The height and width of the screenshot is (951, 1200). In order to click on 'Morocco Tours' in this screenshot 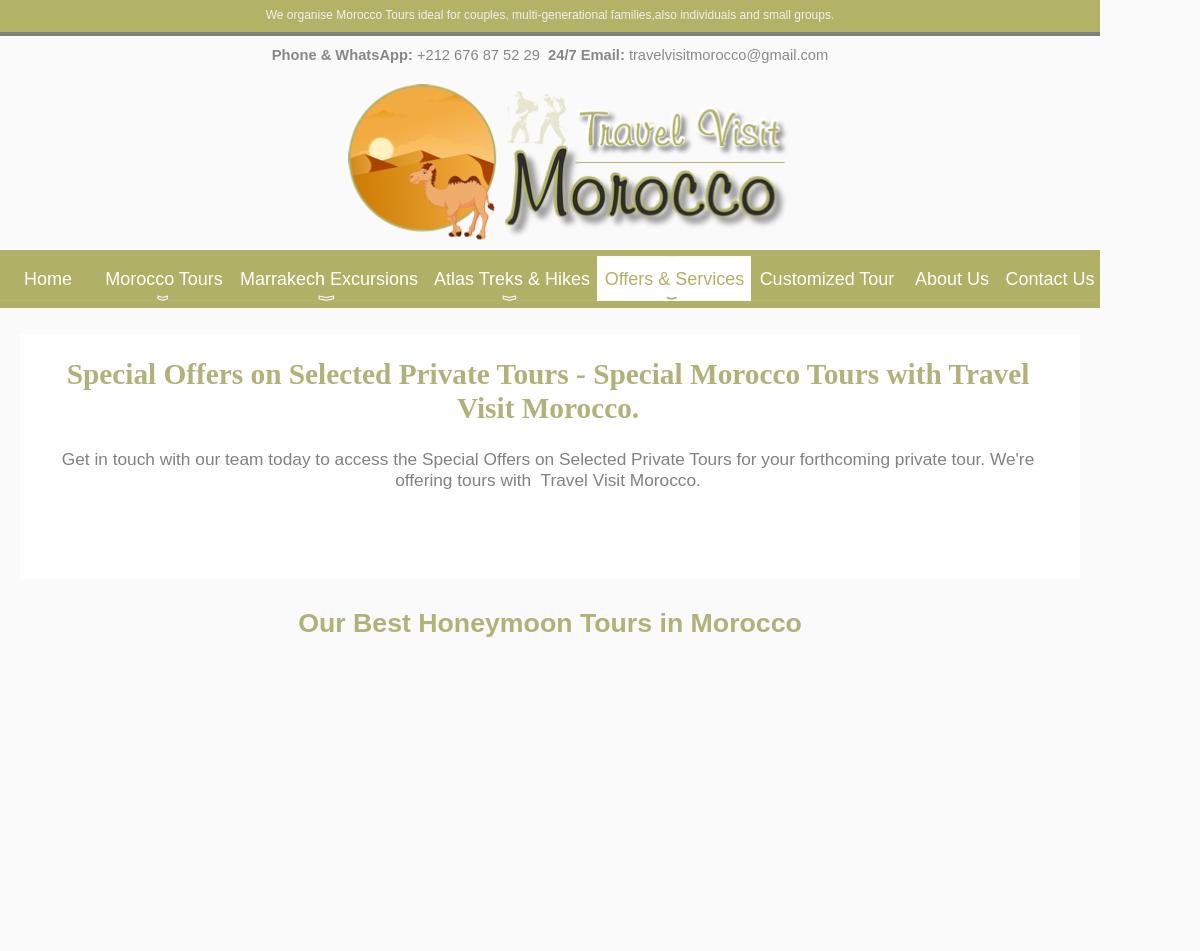, I will do `click(105, 279)`.